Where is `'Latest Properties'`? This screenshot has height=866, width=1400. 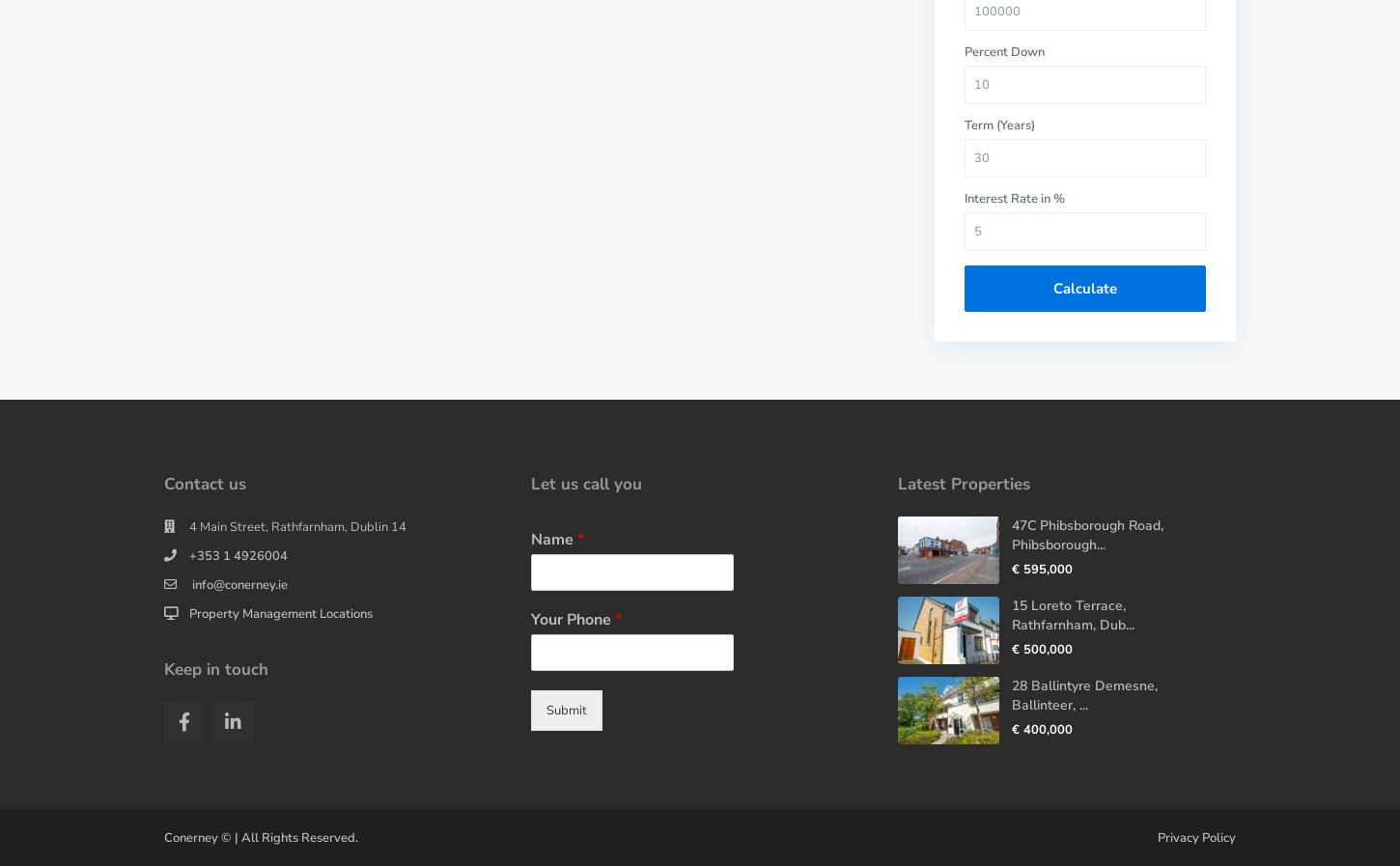 'Latest Properties' is located at coordinates (964, 484).